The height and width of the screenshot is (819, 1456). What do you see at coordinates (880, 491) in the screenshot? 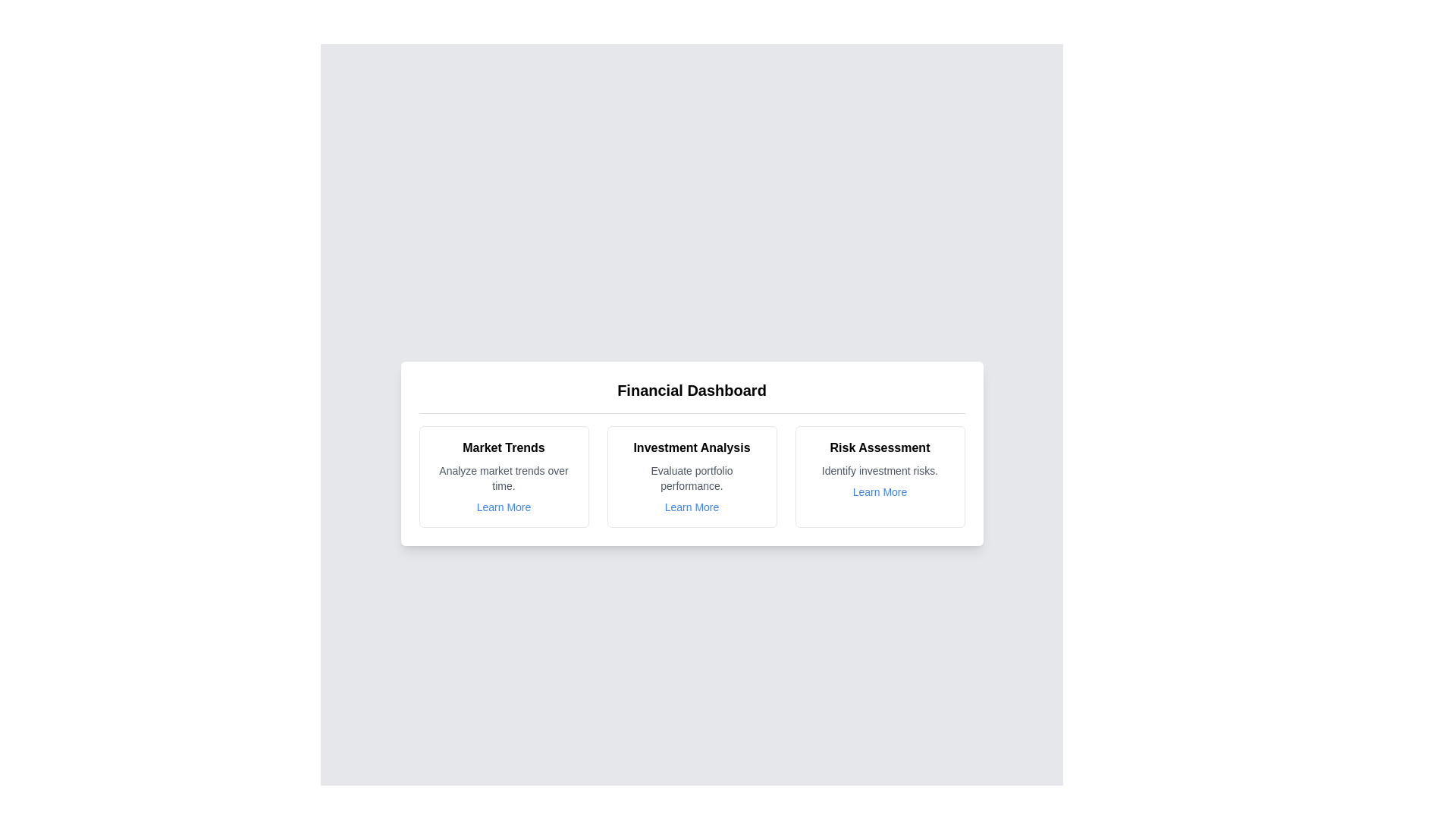
I see `the 'Learn More' link for the Risk Assessment chart card` at bounding box center [880, 491].